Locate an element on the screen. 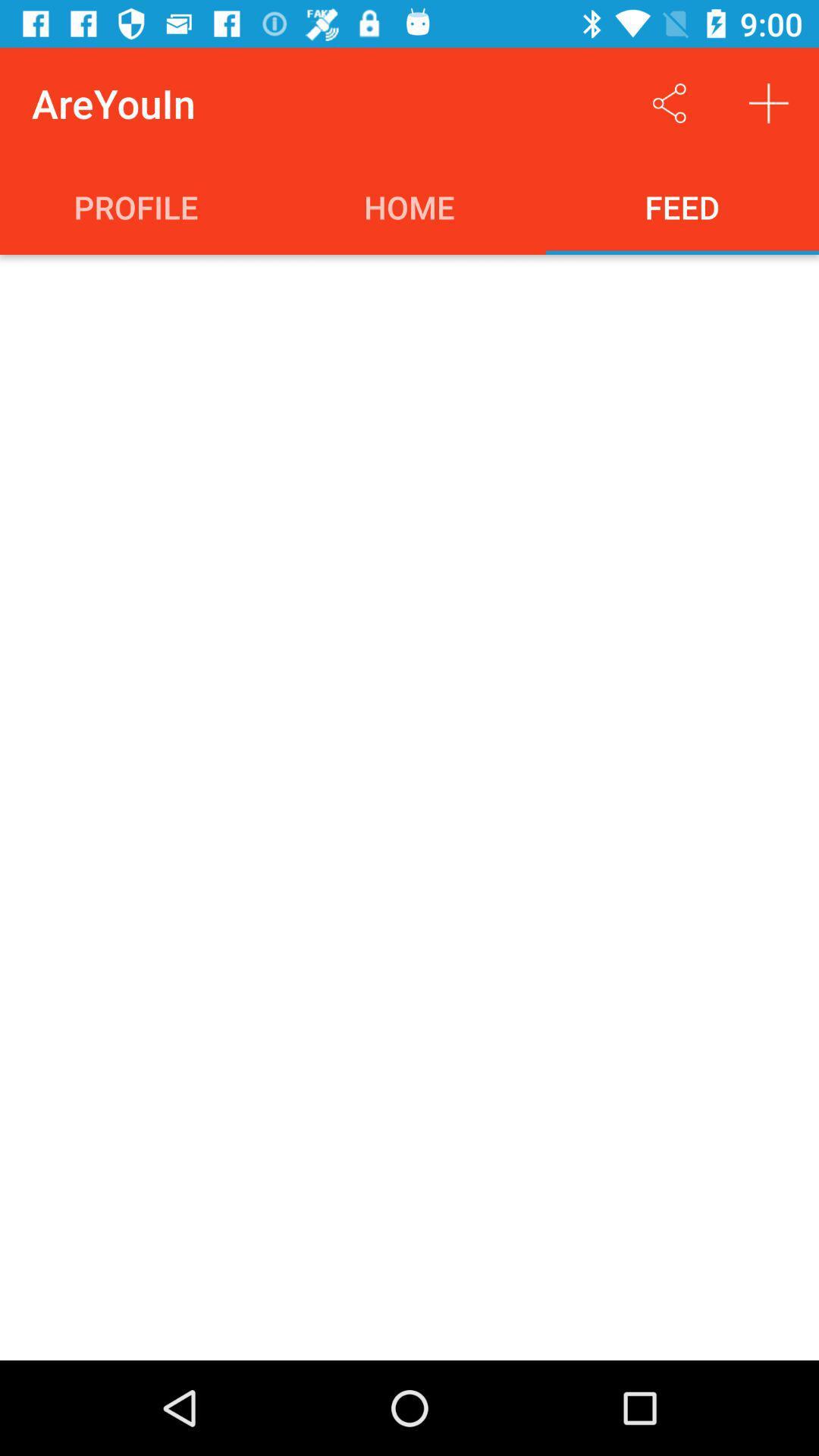 The width and height of the screenshot is (819, 1456). share is located at coordinates (669, 102).